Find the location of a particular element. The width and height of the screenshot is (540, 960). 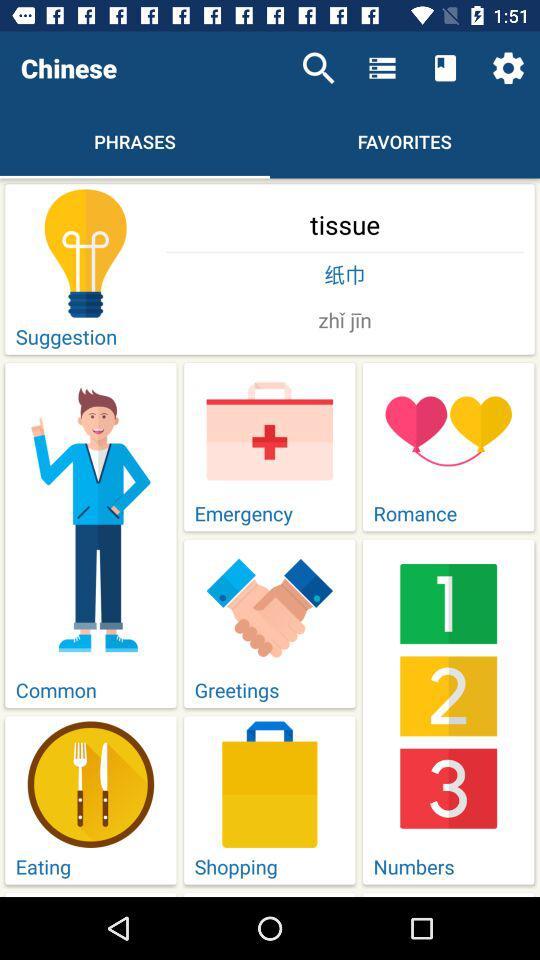

item above the tissue item is located at coordinates (318, 68).